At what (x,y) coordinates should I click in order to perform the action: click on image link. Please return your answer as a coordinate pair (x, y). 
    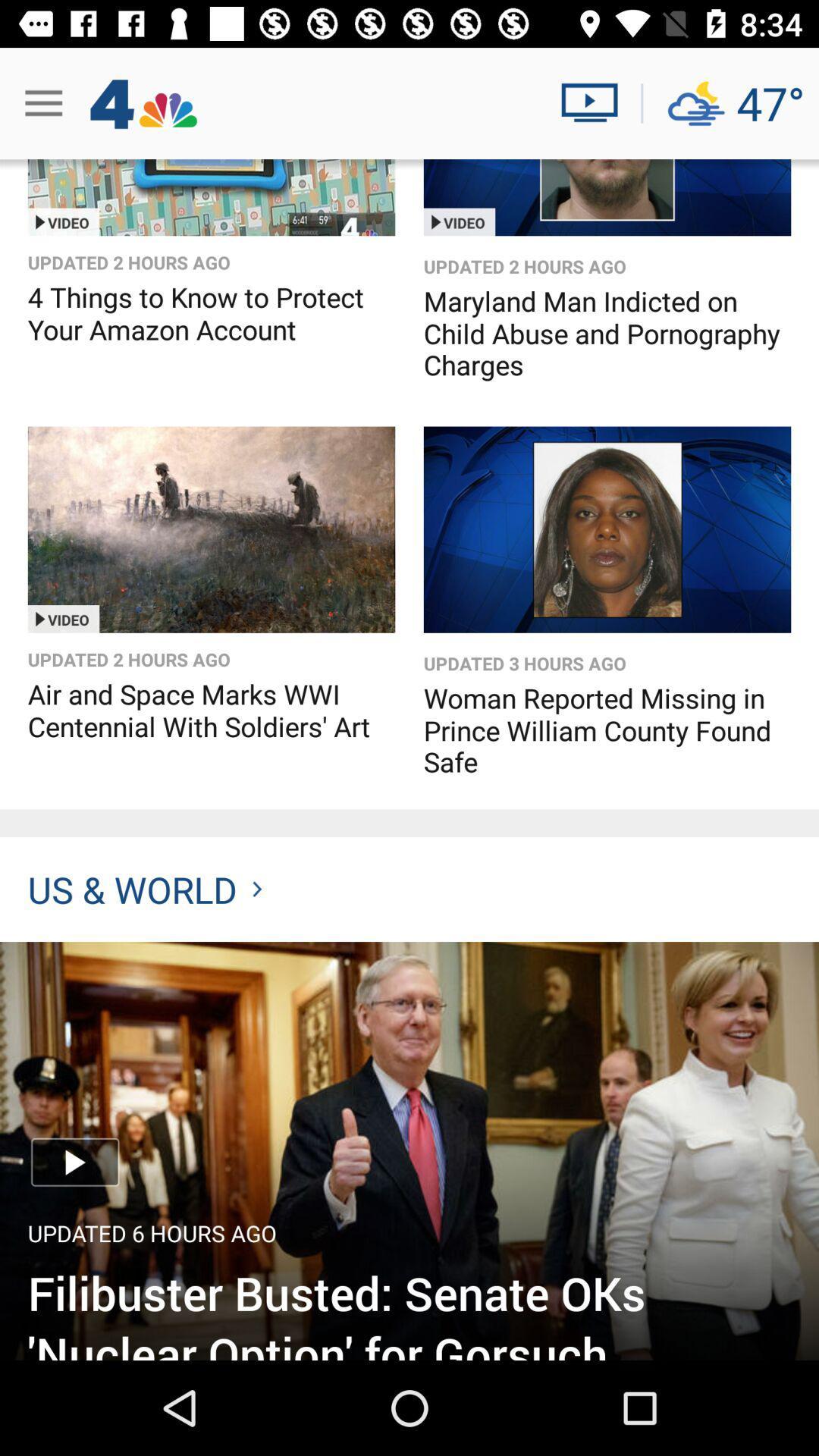
    Looking at the image, I should click on (409, 1150).